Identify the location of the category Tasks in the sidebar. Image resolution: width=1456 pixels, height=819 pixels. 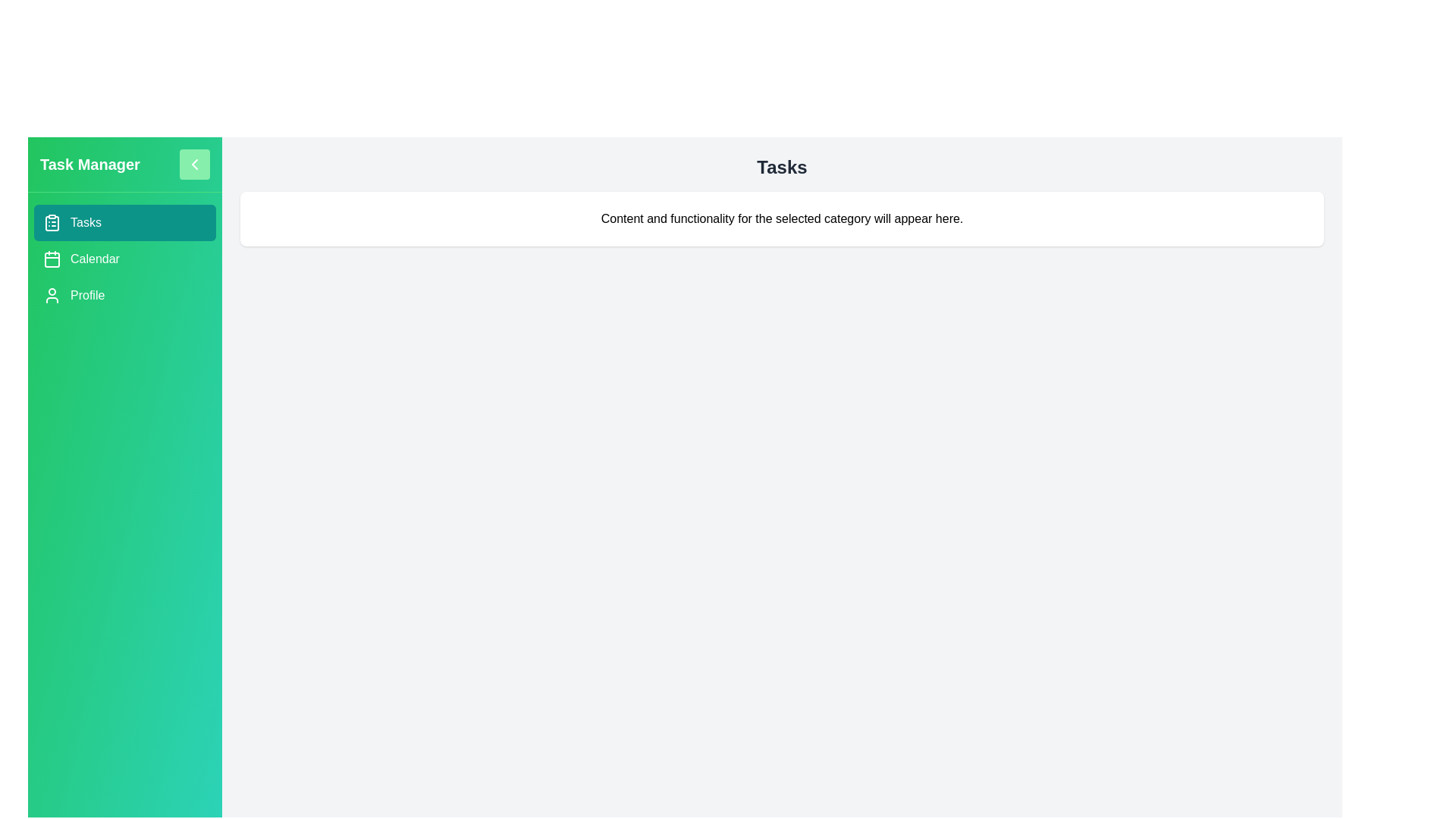
(124, 222).